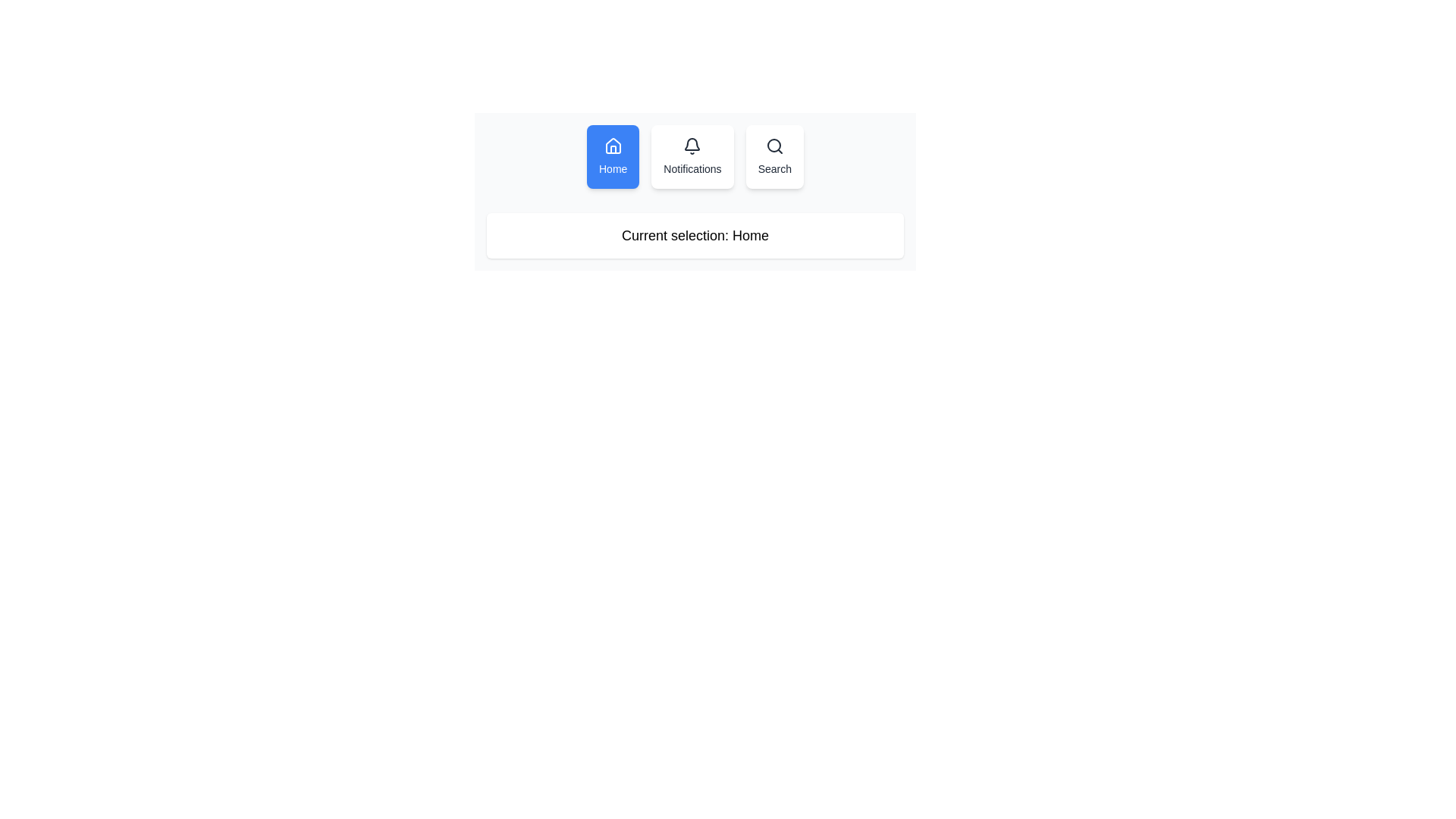 The width and height of the screenshot is (1456, 819). What do you see at coordinates (613, 157) in the screenshot?
I see `the home navigation button, which is the leftmost button in a horizontal row of three buttons, to scale it slightly` at bounding box center [613, 157].